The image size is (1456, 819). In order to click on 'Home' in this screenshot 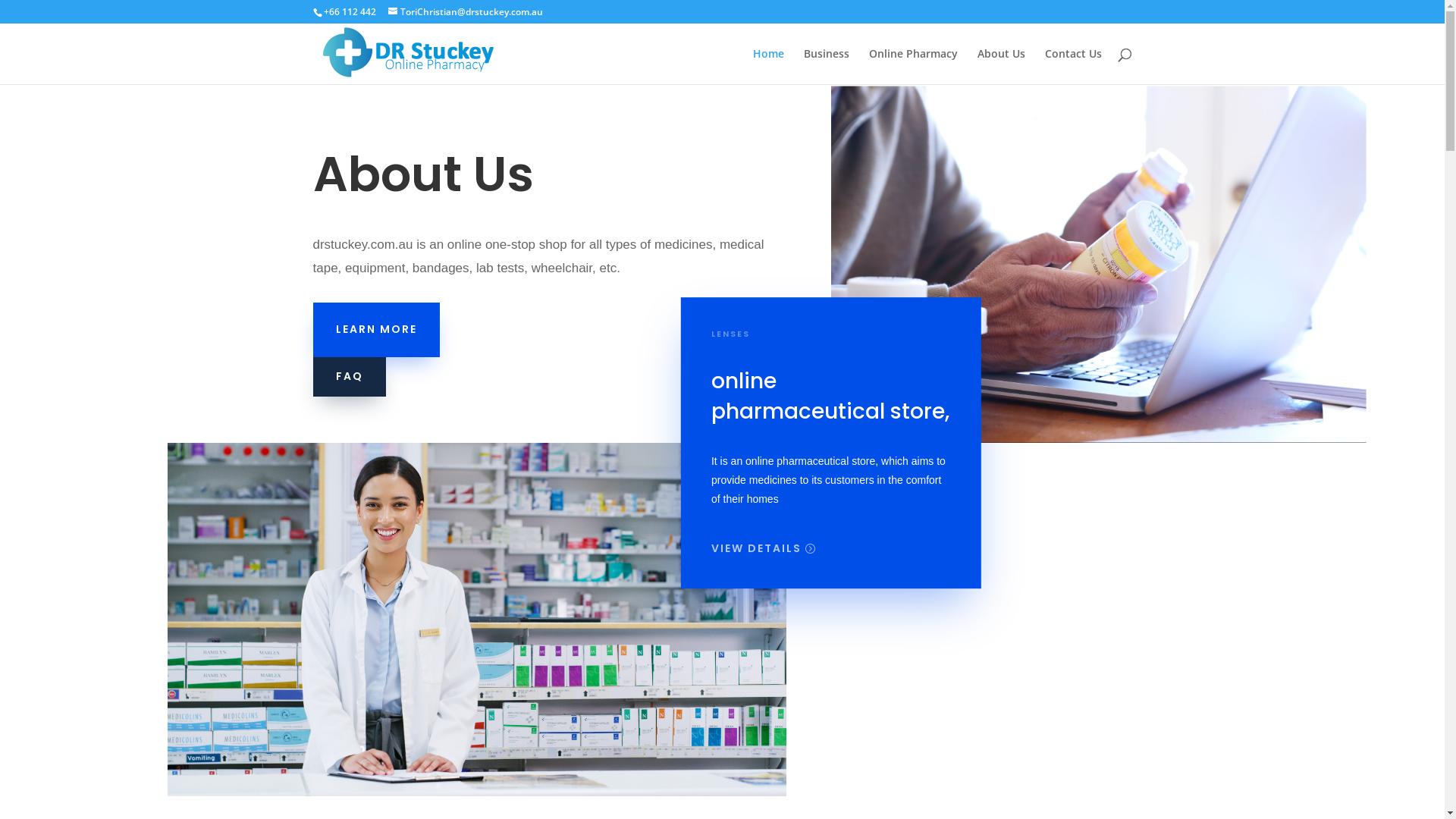, I will do `click(767, 65)`.